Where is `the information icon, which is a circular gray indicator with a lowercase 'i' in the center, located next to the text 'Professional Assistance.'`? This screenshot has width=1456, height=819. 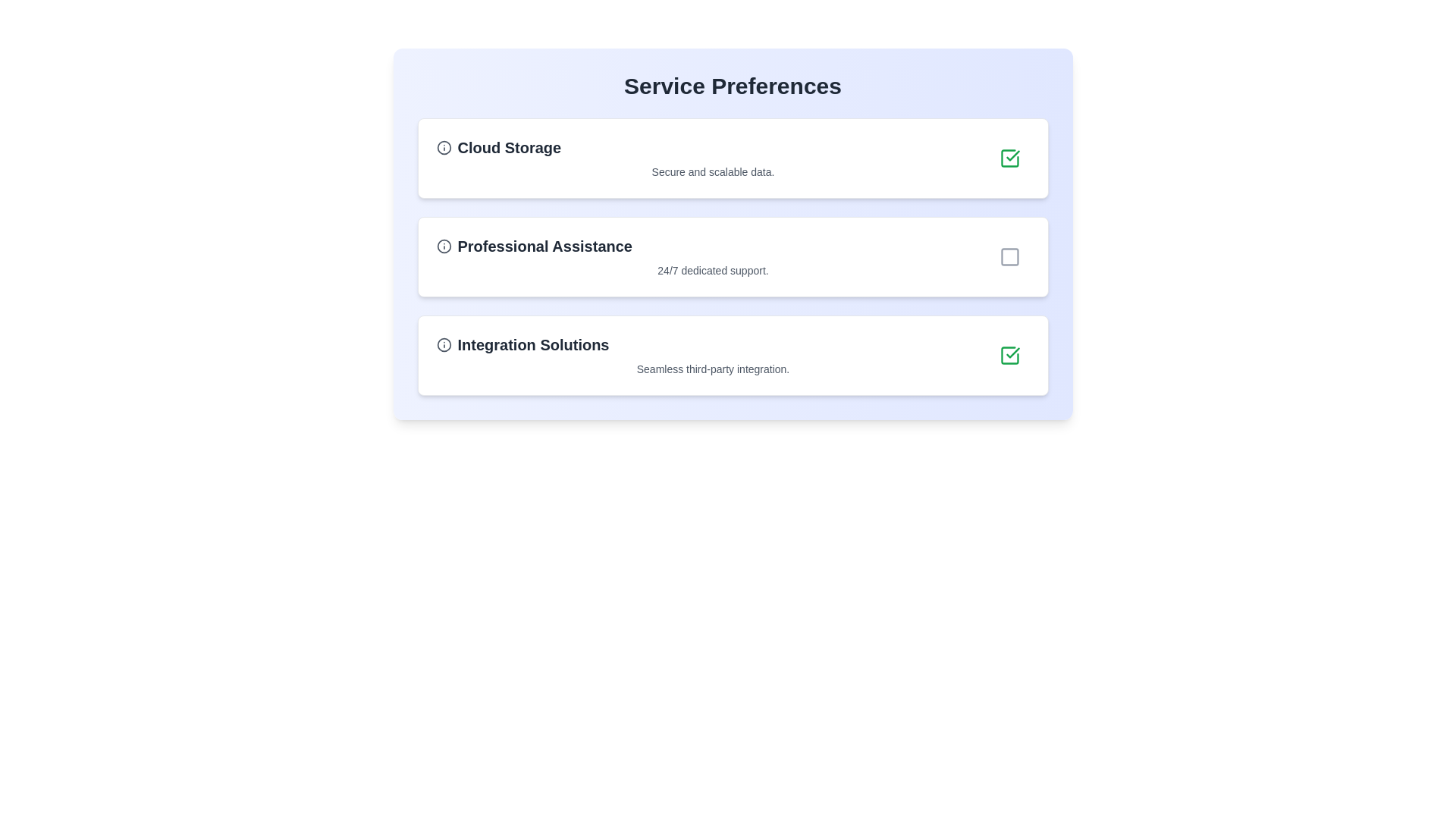 the information icon, which is a circular gray indicator with a lowercase 'i' in the center, located next to the text 'Professional Assistance.' is located at coordinates (443, 245).